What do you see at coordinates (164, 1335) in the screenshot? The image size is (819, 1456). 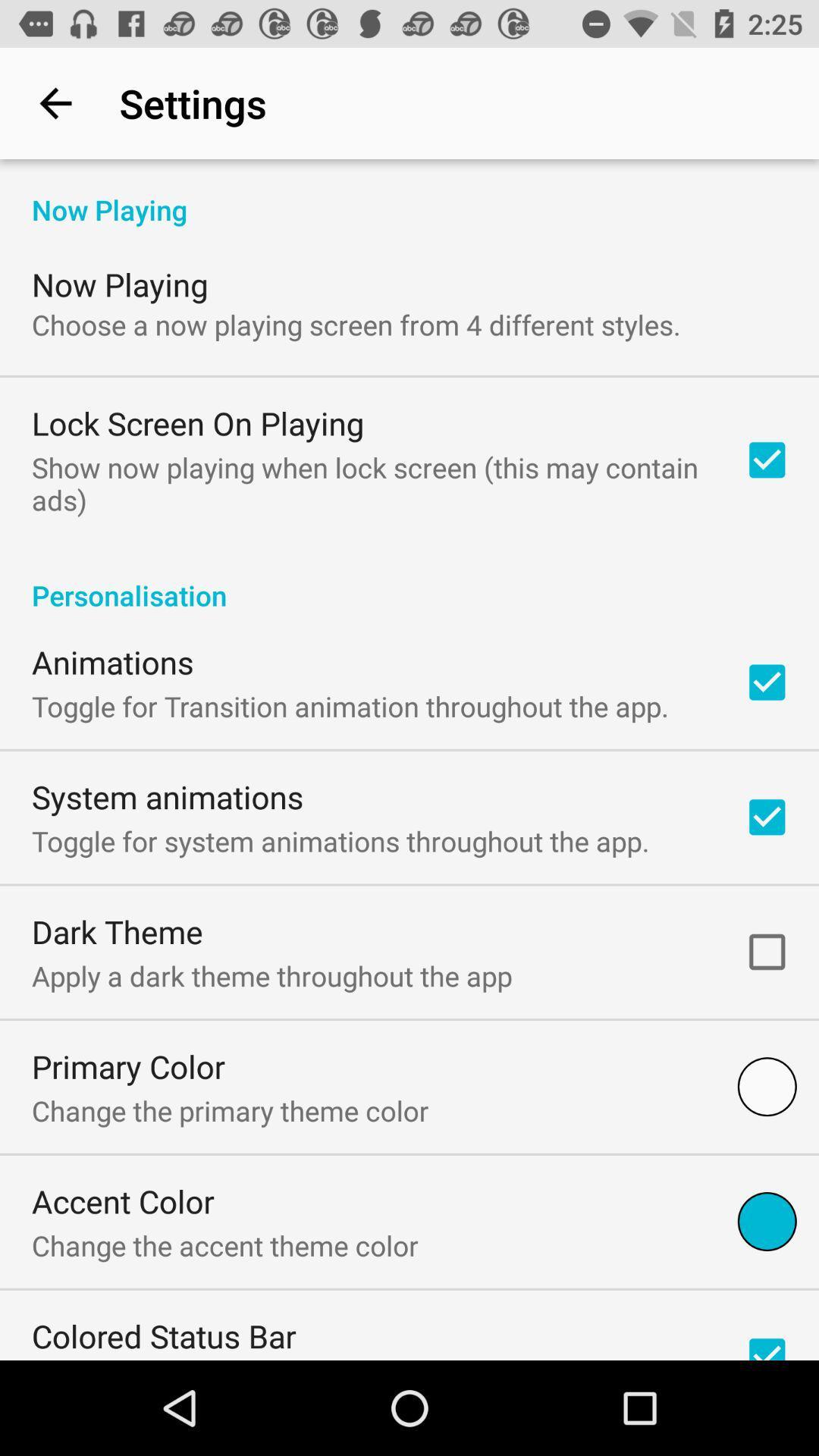 I see `icon below the change the accent` at bounding box center [164, 1335].